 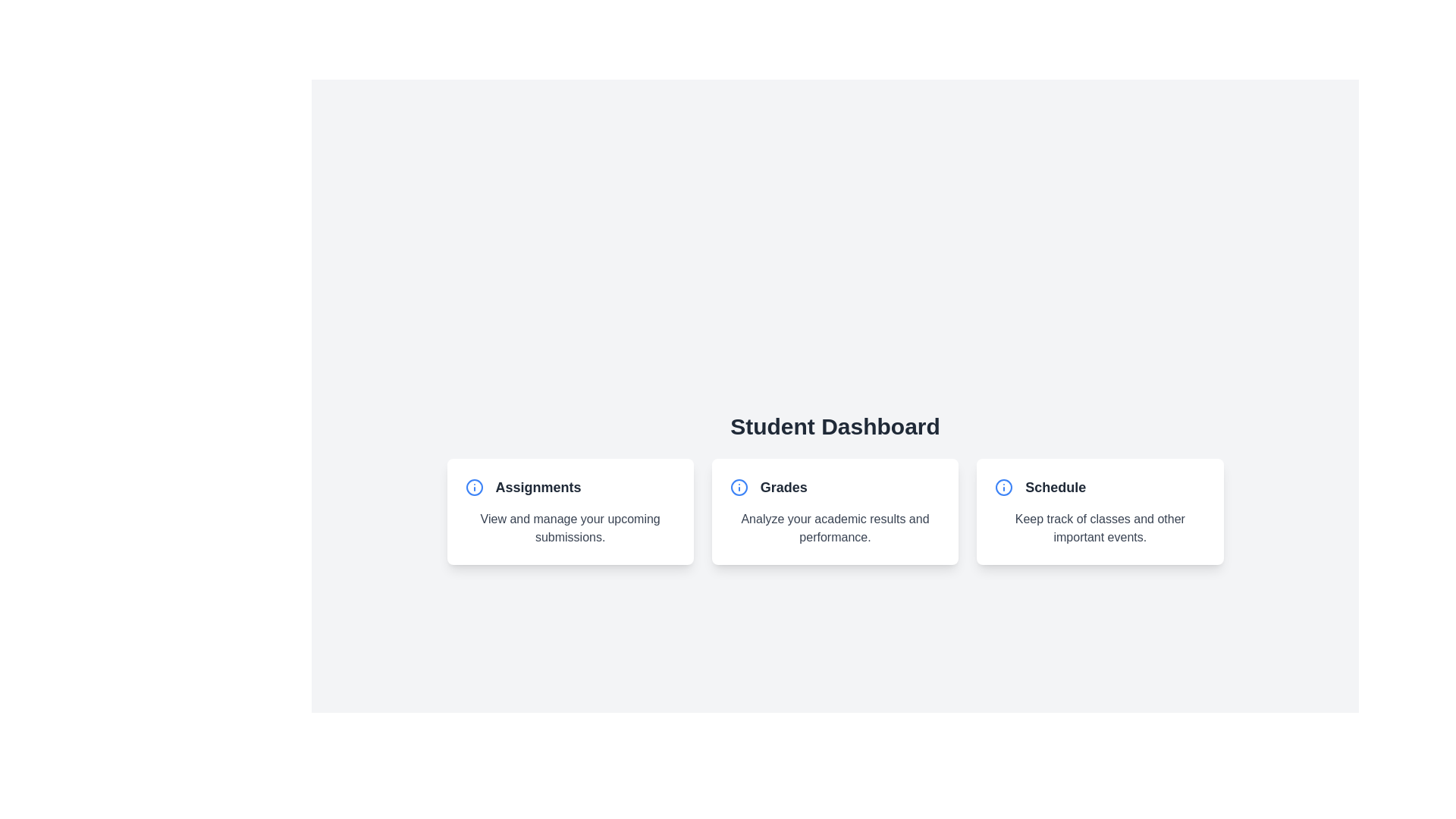 What do you see at coordinates (1004, 488) in the screenshot?
I see `the small blue circular icon with a white background and a blue outline featuring a white letter 'i' symbol, located to the left of the 'Schedule' title in the 'Schedule' section` at bounding box center [1004, 488].